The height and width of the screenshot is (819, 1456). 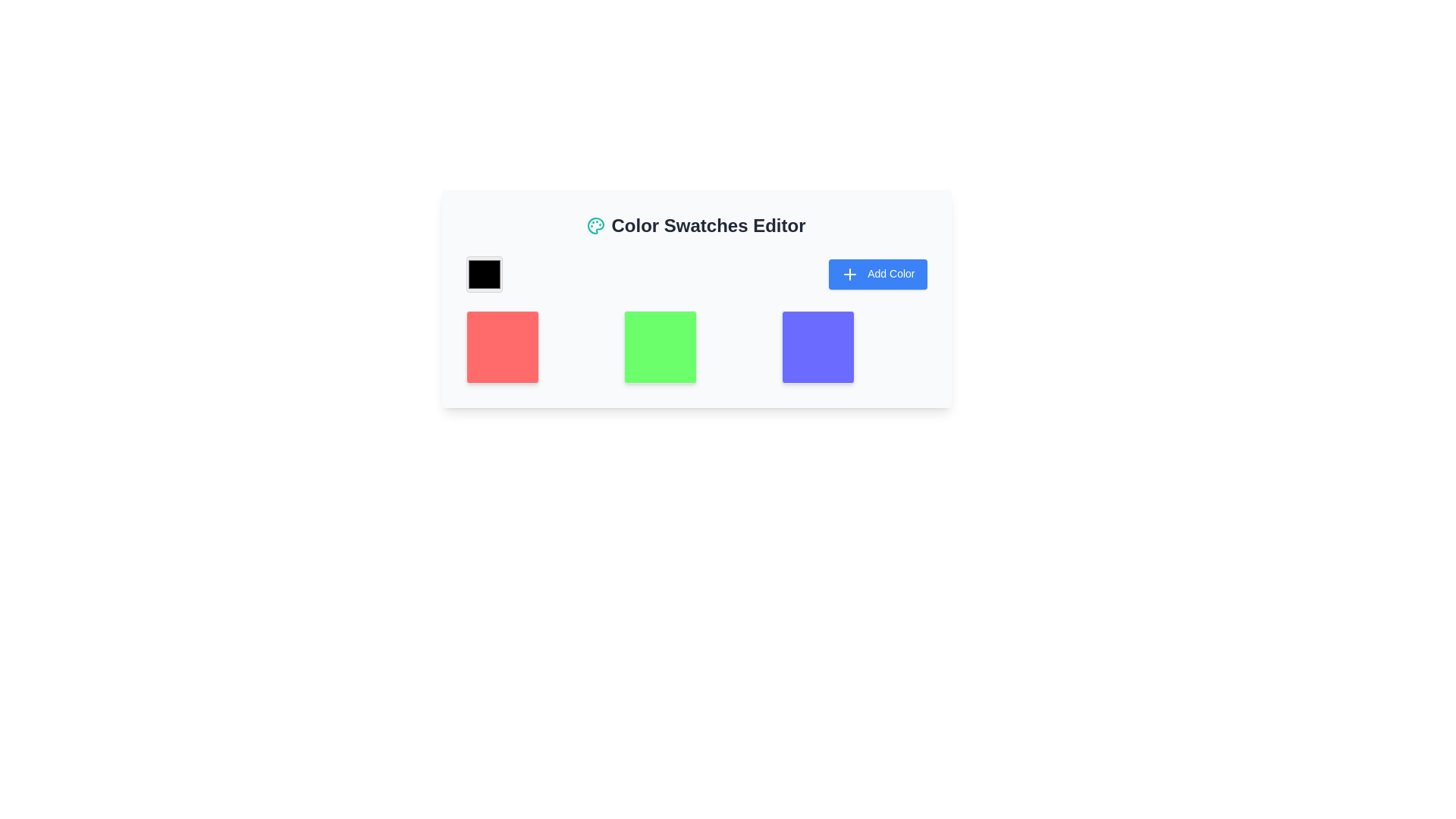 I want to click on the delete button icon with a red background located at the top-right corner of the color swatch, so click(x=595, y=325).